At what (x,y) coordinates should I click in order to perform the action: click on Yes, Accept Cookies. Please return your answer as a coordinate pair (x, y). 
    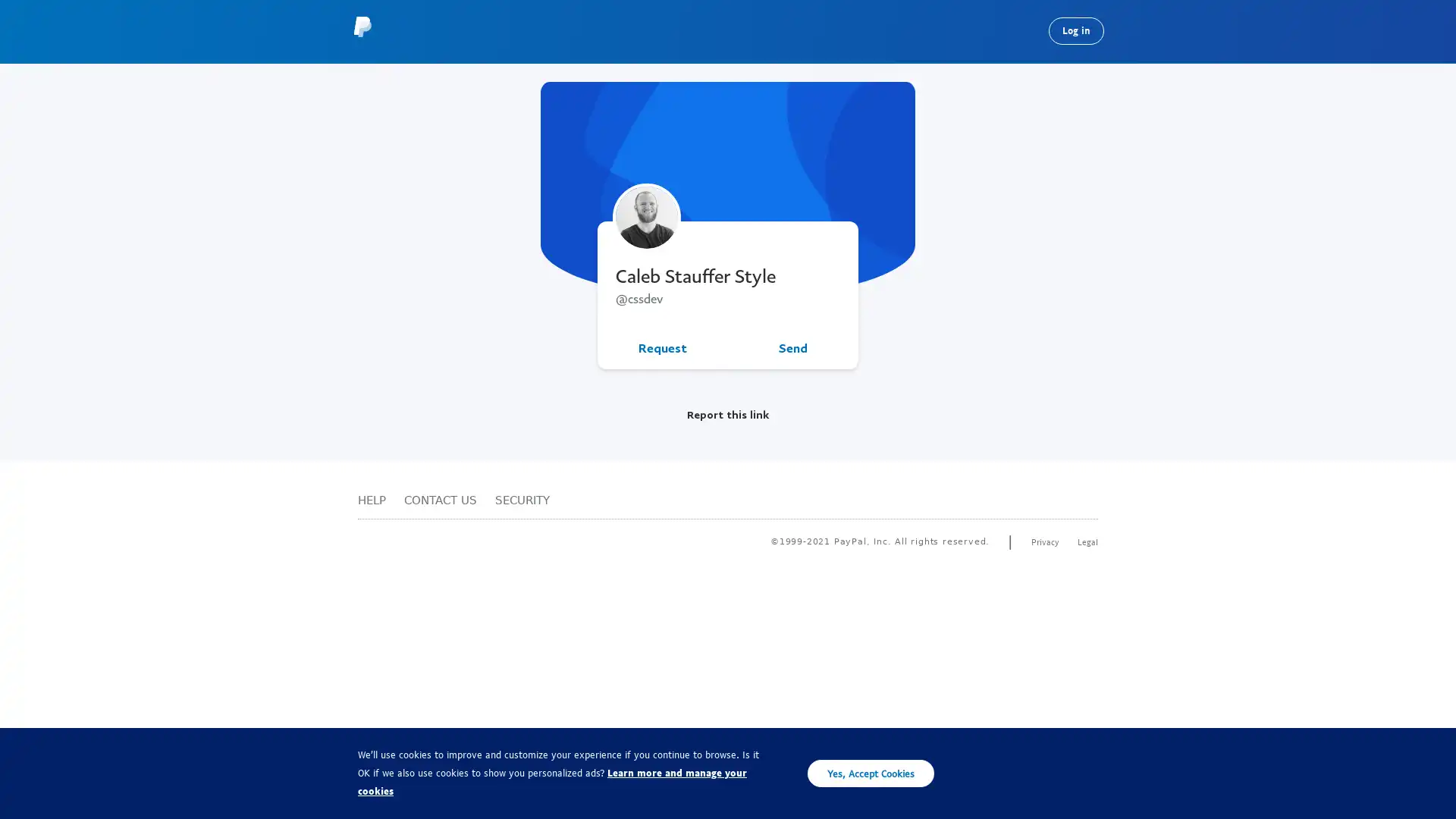
    Looking at the image, I should click on (871, 773).